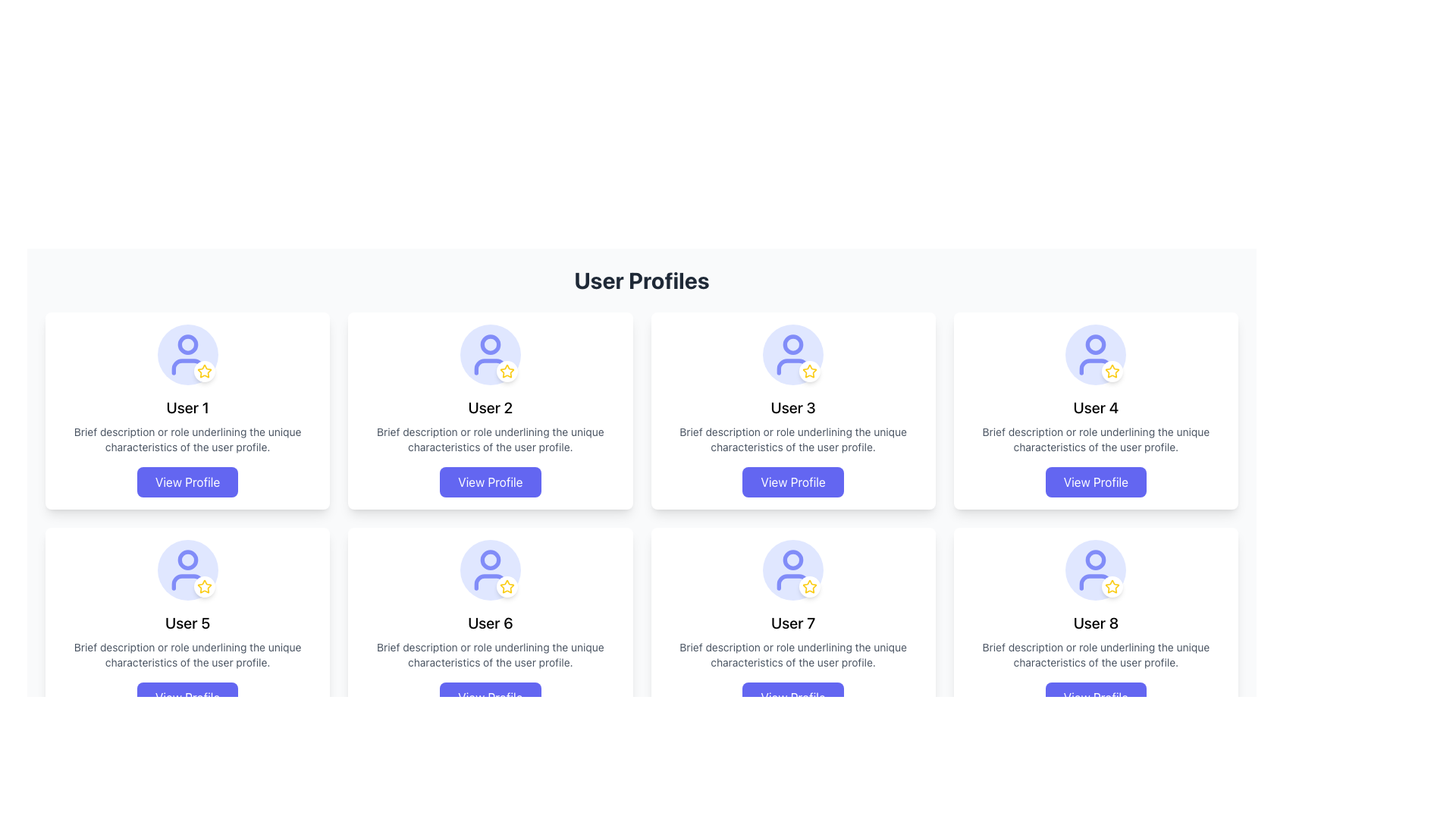 The height and width of the screenshot is (819, 1456). What do you see at coordinates (1096, 698) in the screenshot?
I see `the 'View Profile' button, which is a rectangular button with white text on a purple background and rounded edges, located in the bottom-right corner of the grid layout` at bounding box center [1096, 698].